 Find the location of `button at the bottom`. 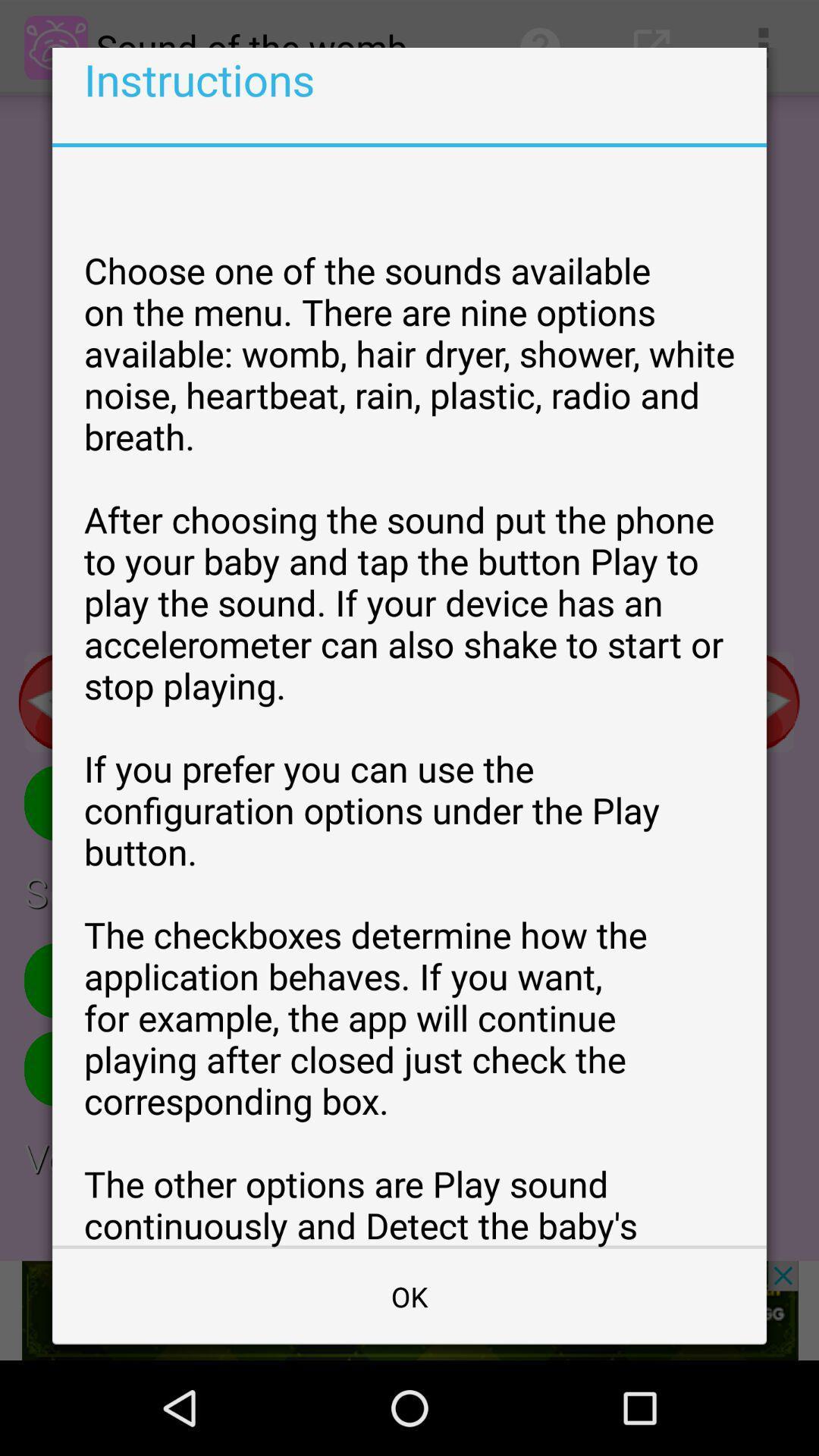

button at the bottom is located at coordinates (409, 1295).